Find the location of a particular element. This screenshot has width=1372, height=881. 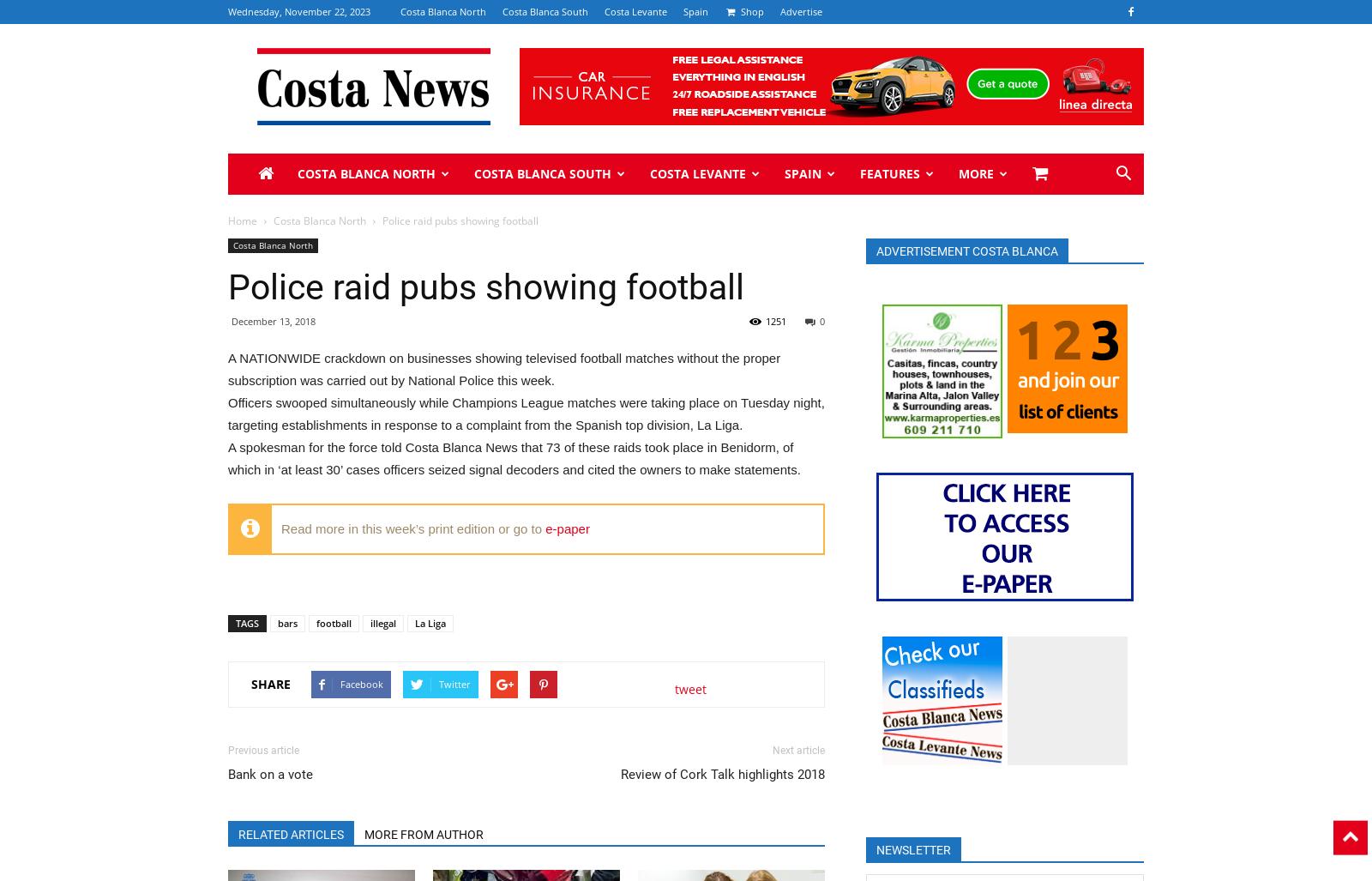

'ADVERTISEMENT COSTA BLANCA' is located at coordinates (876, 250).